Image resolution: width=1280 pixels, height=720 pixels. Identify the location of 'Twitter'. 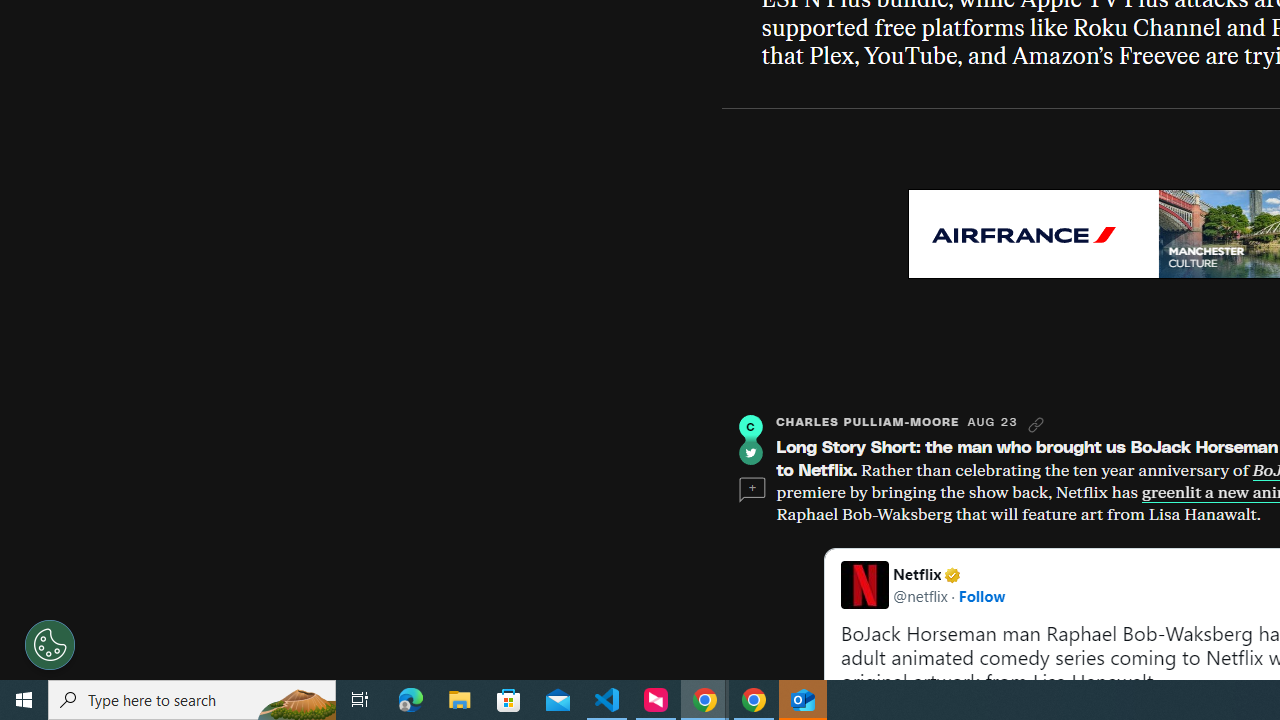
(749, 453).